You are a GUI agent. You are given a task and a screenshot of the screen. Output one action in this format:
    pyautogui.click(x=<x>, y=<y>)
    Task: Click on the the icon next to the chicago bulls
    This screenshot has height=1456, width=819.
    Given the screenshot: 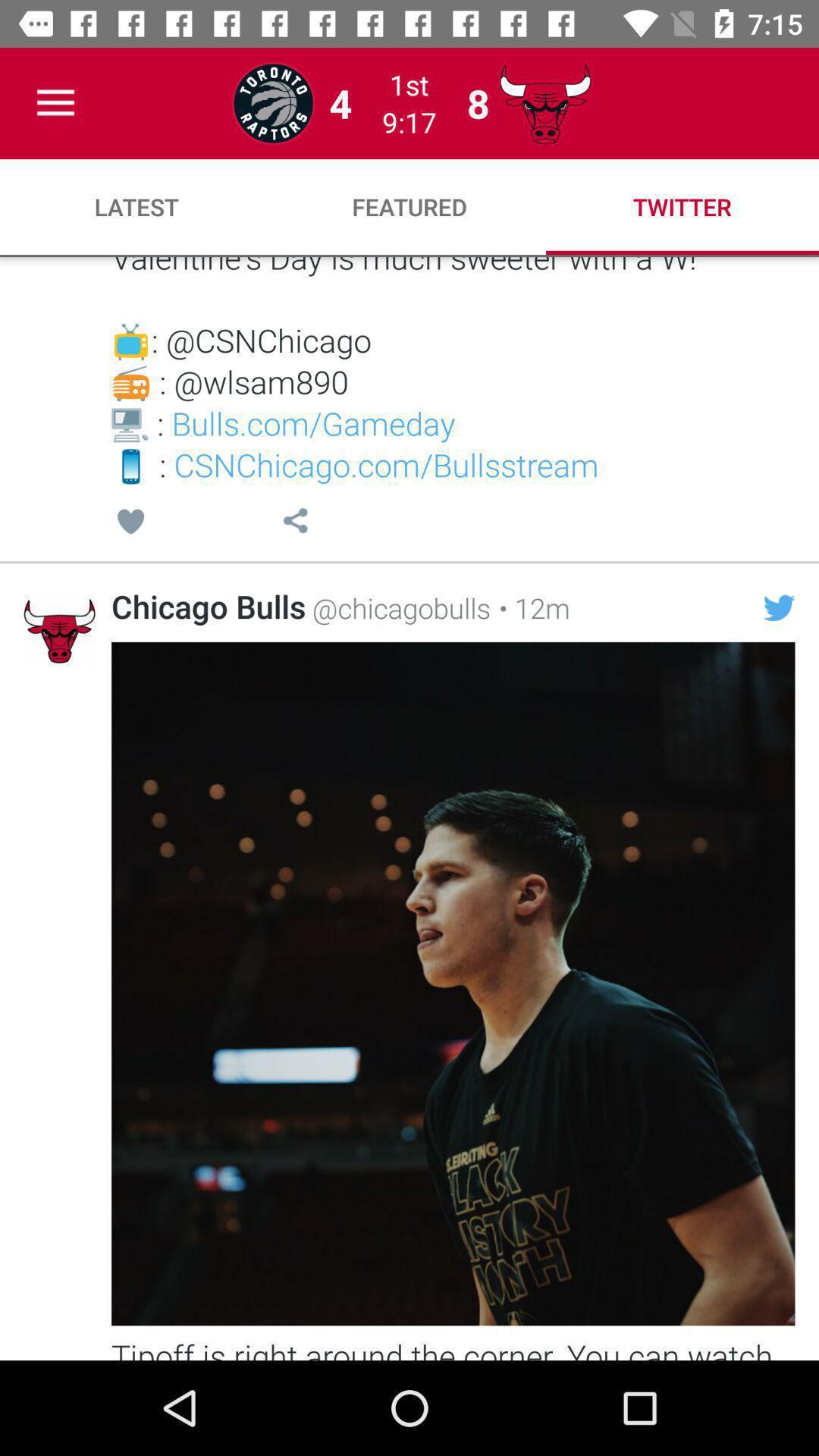 What is the action you would take?
    pyautogui.click(x=397, y=607)
    